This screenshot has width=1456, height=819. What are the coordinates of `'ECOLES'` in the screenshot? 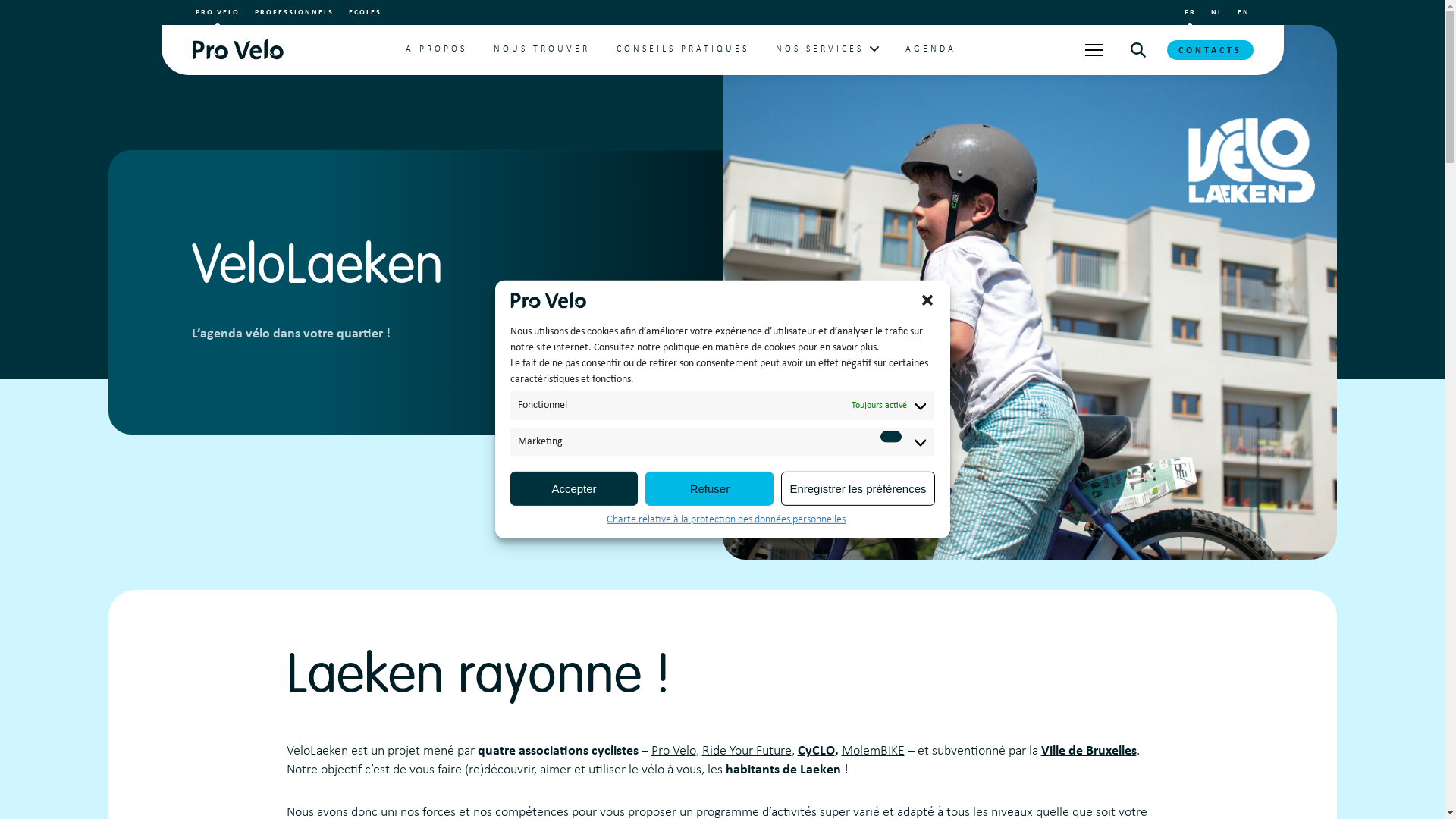 It's located at (365, 12).